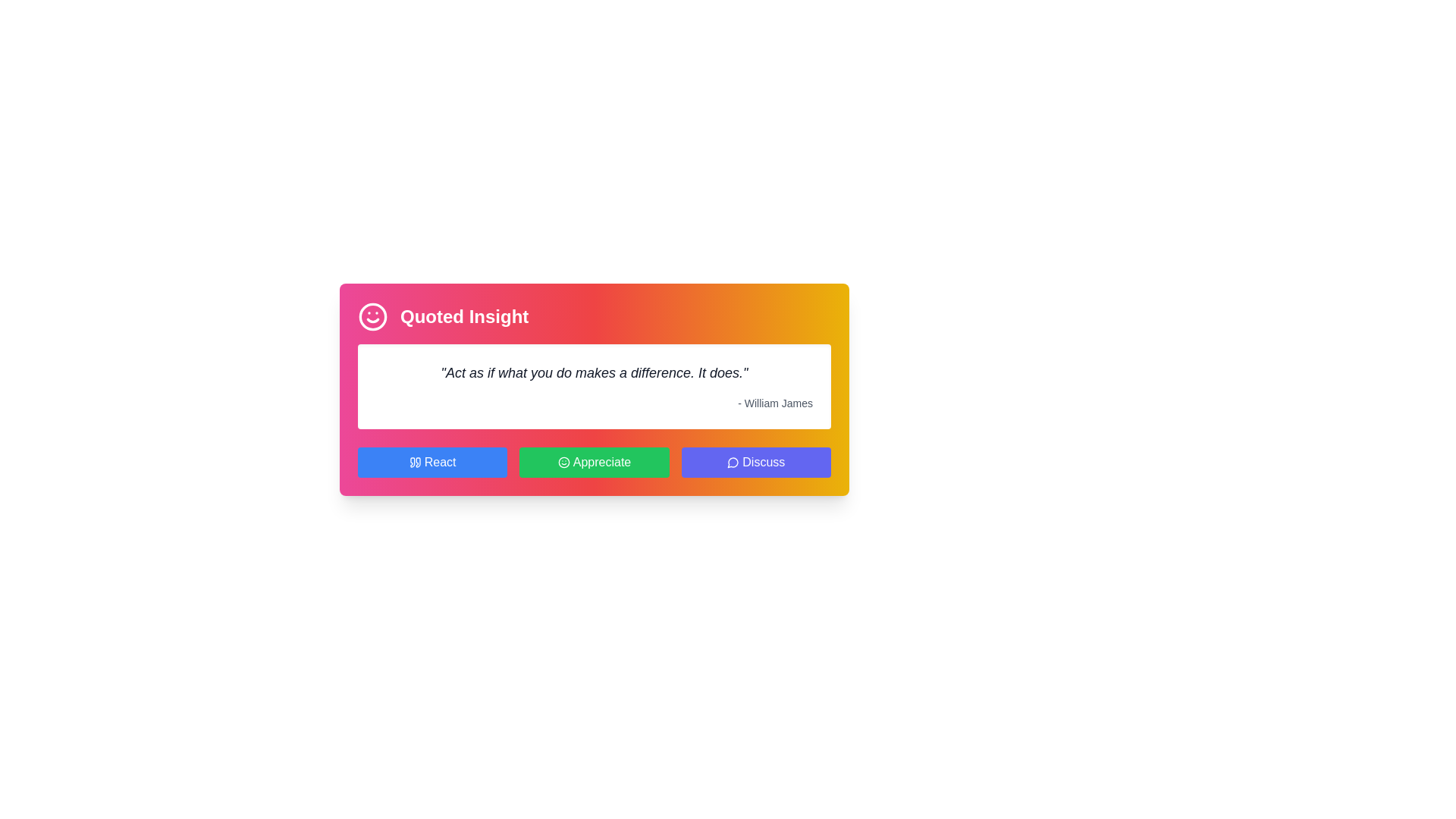 The height and width of the screenshot is (819, 1456). What do you see at coordinates (413, 461) in the screenshot?
I see `the second quotation mark icon in the top-left corner of the colorful card` at bounding box center [413, 461].